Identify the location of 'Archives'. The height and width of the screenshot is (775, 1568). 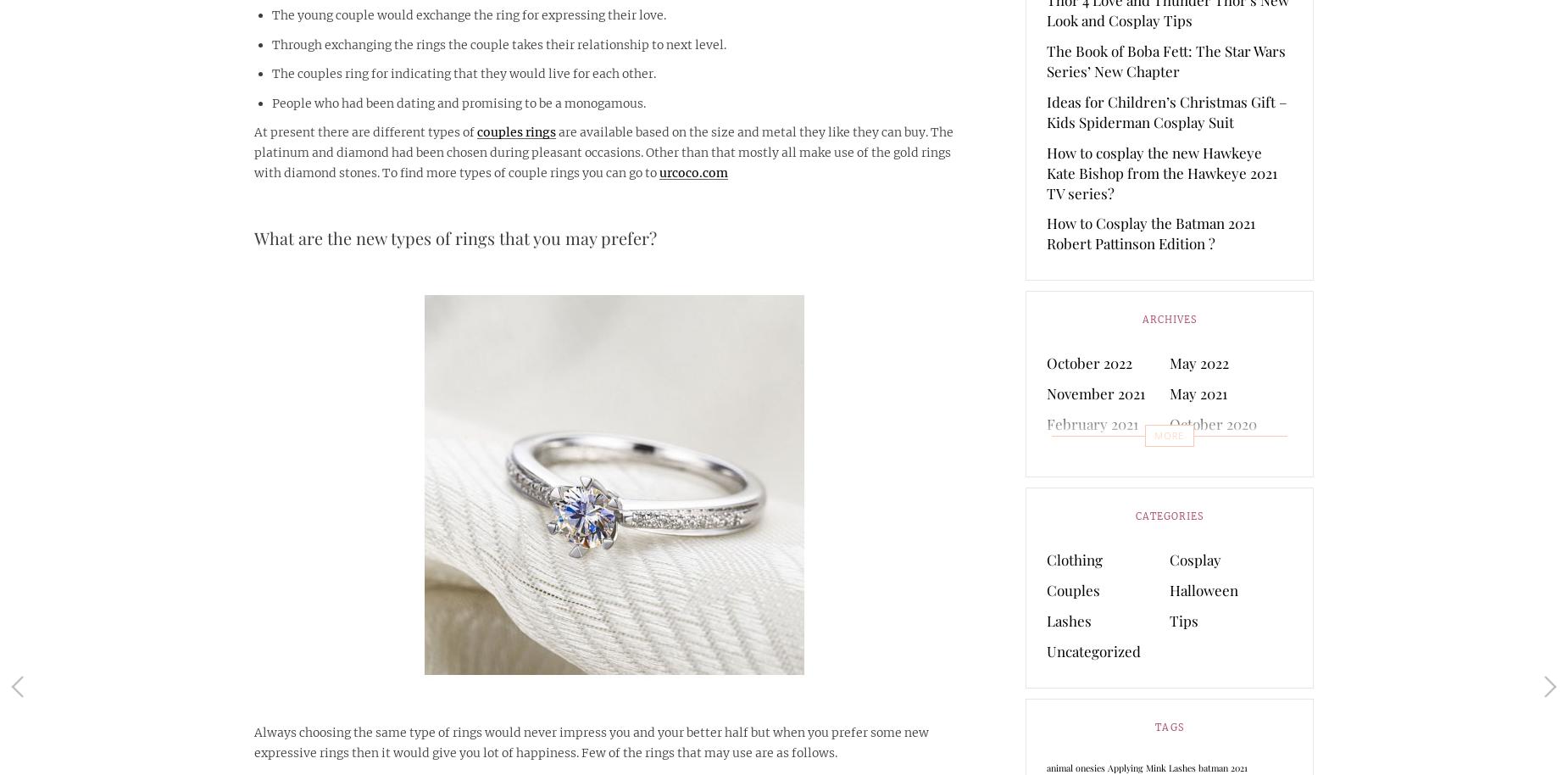
(1168, 320).